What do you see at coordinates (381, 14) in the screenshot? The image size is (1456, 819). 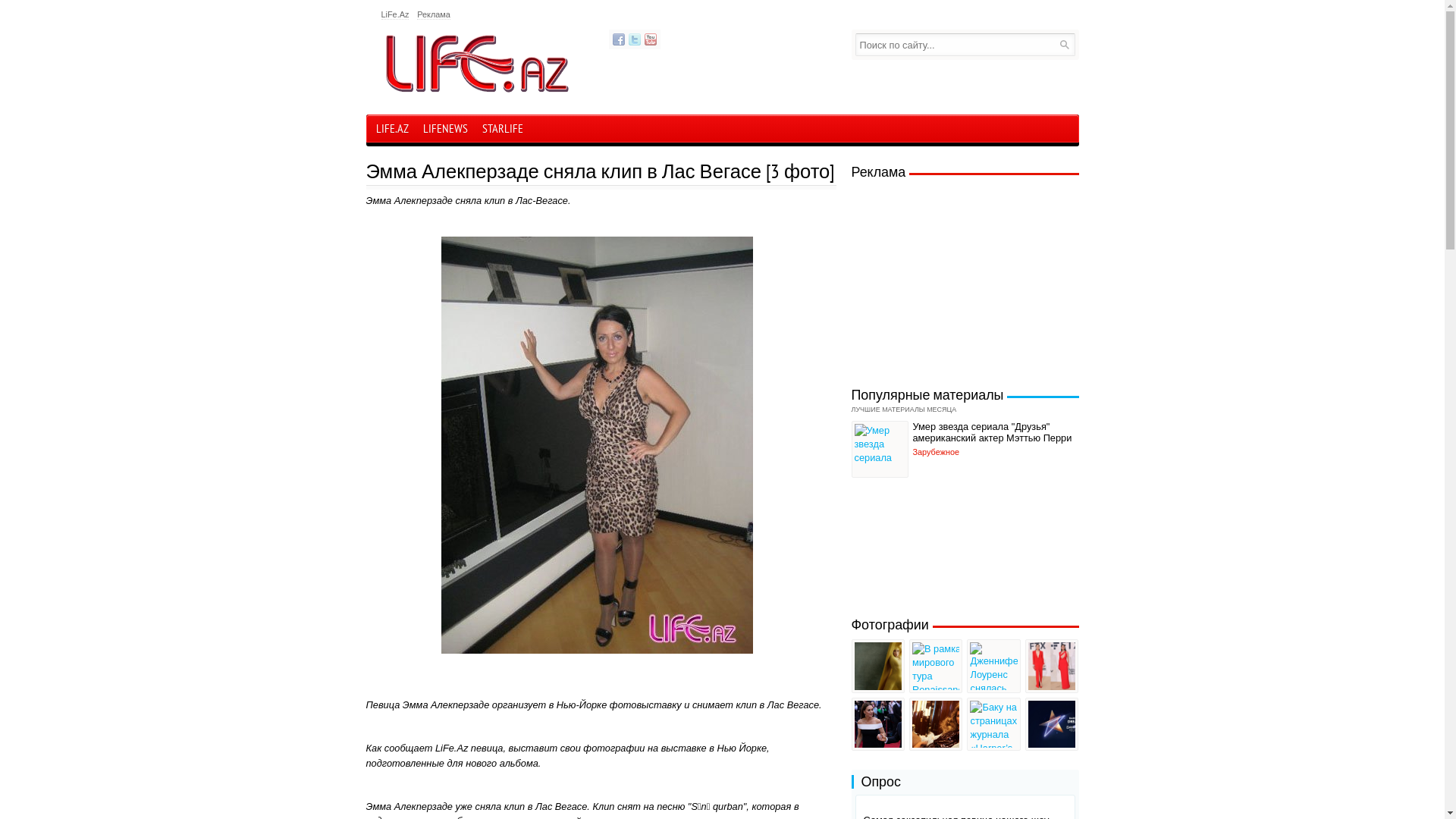 I see `'LiFe.Az'` at bounding box center [381, 14].